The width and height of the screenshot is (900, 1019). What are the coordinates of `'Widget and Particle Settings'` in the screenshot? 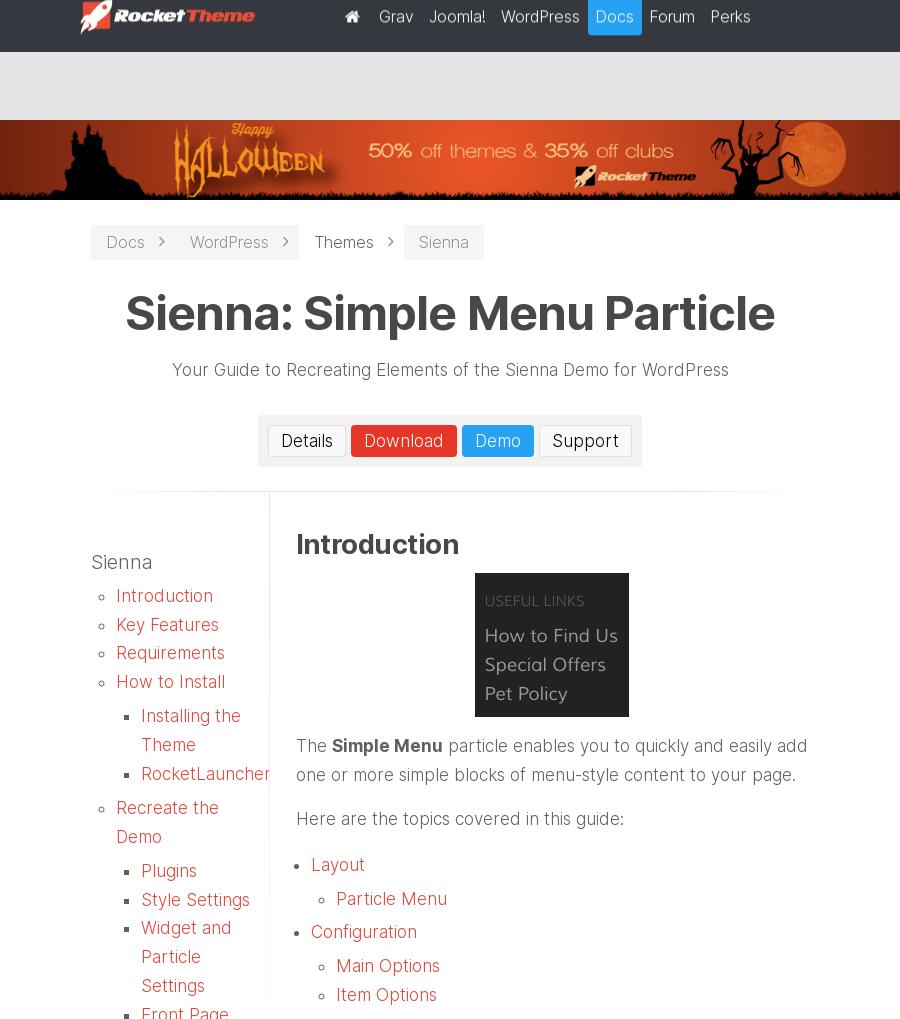 It's located at (186, 956).